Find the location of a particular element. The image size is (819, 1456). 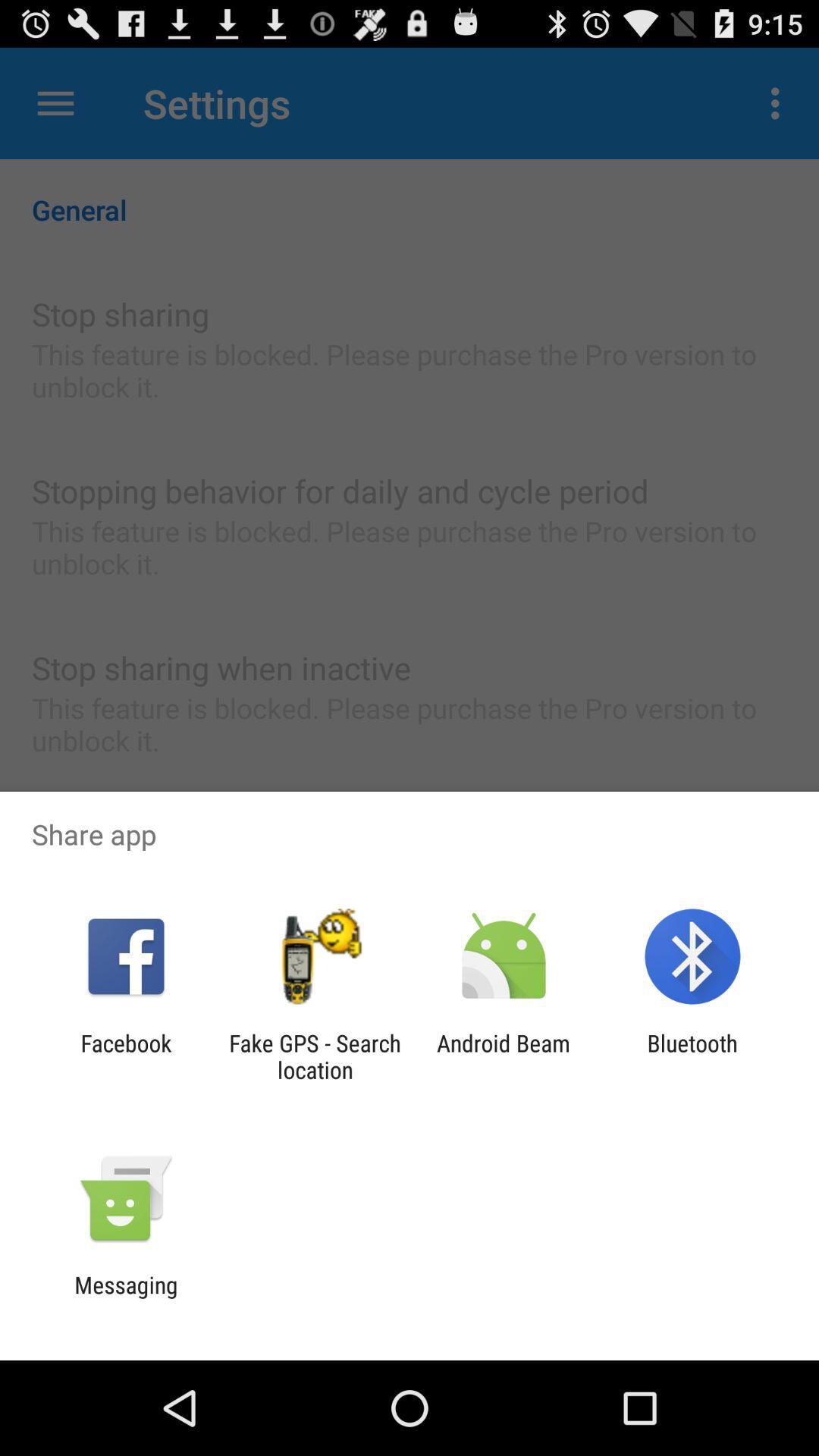

android beam app is located at coordinates (504, 1056).